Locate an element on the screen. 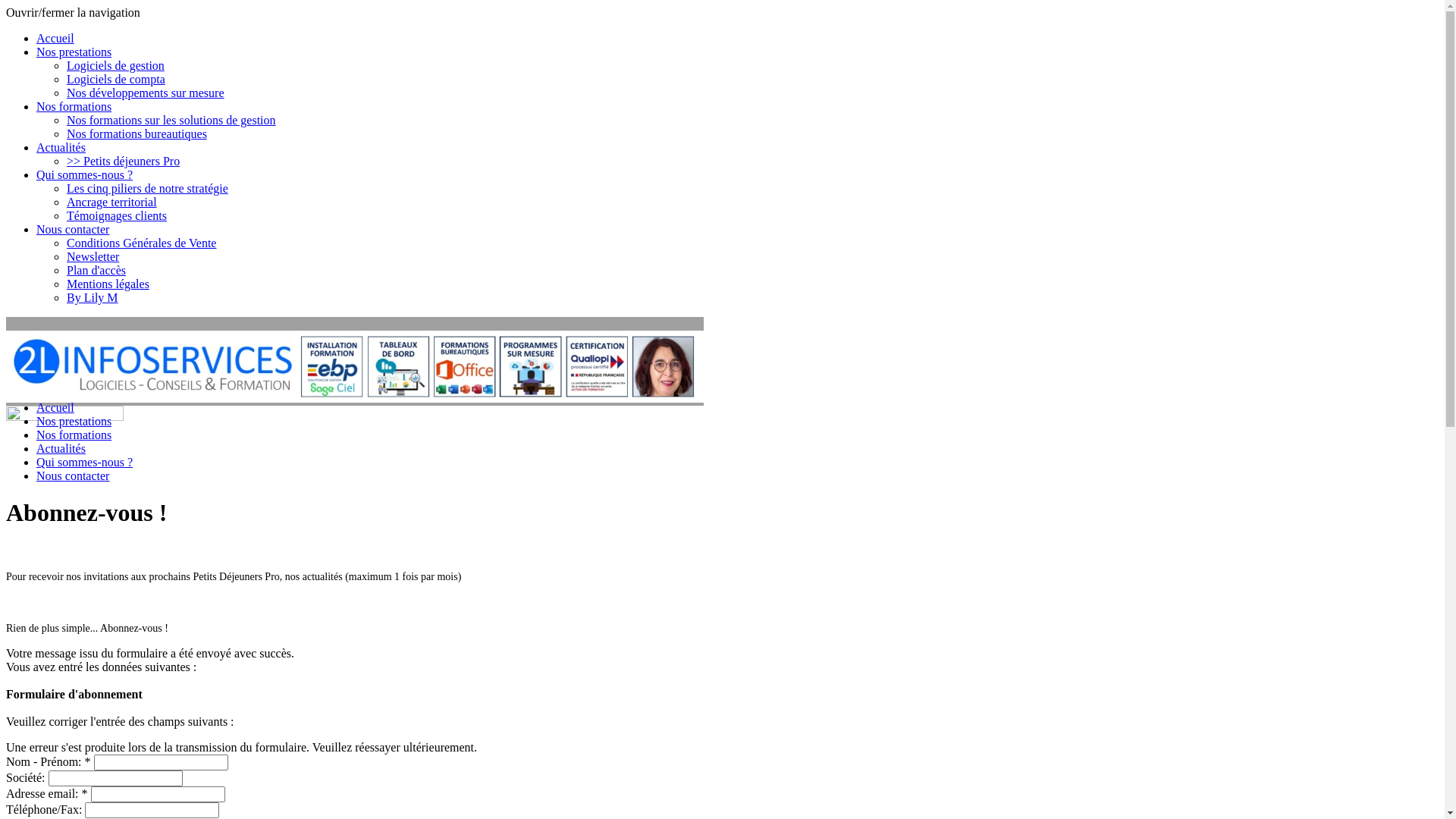 The width and height of the screenshot is (1456, 819). 'Qui sommes-nous ?' is located at coordinates (83, 174).